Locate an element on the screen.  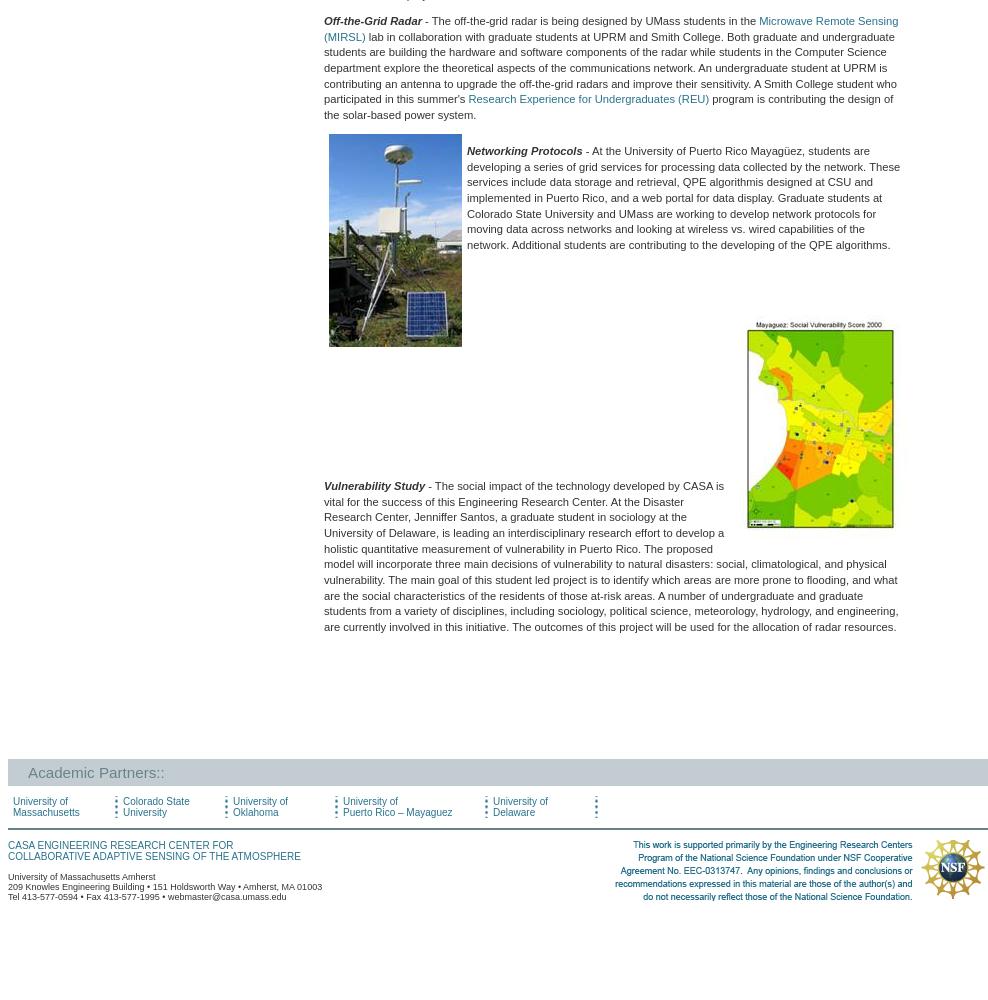
'lab in collaboration with graduate students at UPRM and Smith College. Both graduate and undergraduate students are building the hardware and software components of the radar while students in the Computer Science department explore the theoretical aspects of the communications network. An undergraduate student at UPRM is contributing an antenna to upgrade the off-the-grid radars and improve their sensitivity. A Smith College student who participated in this summer's' is located at coordinates (609, 66).